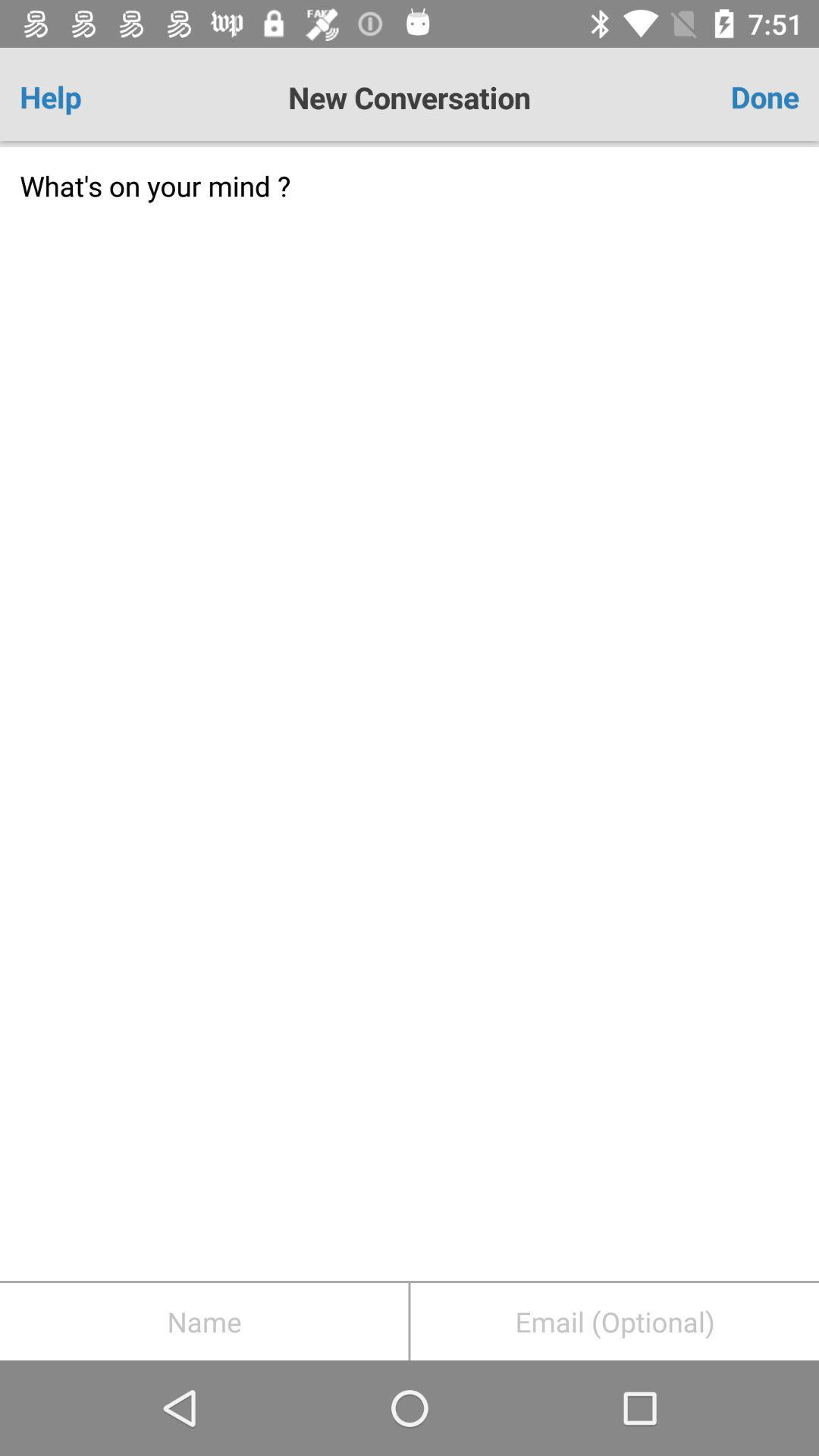 The width and height of the screenshot is (819, 1456). Describe the element at coordinates (734, 96) in the screenshot. I see `item next to new conversation` at that location.